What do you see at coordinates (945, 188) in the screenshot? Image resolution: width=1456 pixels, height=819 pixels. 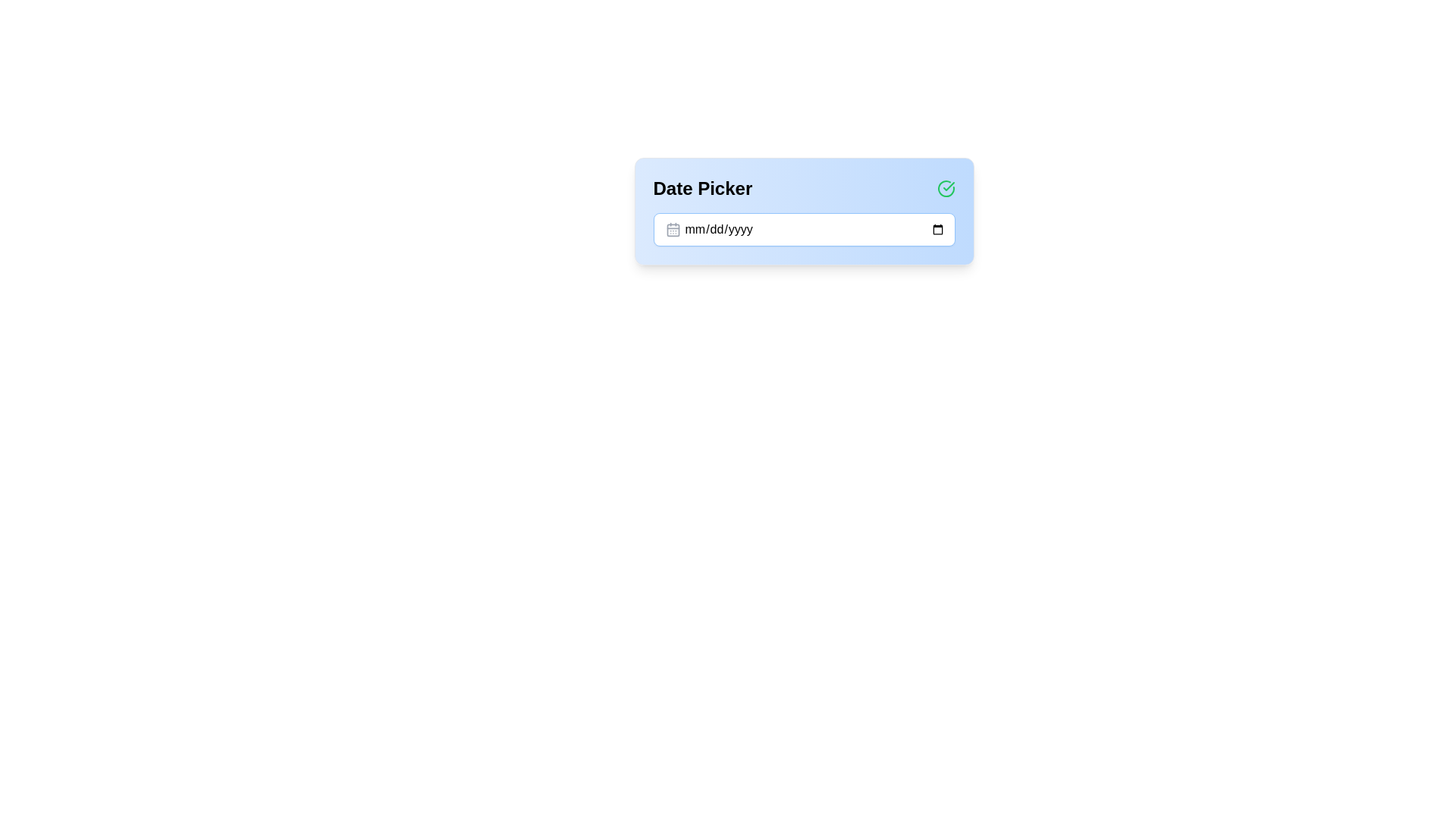 I see `the icon indicating successful date selection in the date picker interface, located to the right of the 'Date Picker' text label` at bounding box center [945, 188].